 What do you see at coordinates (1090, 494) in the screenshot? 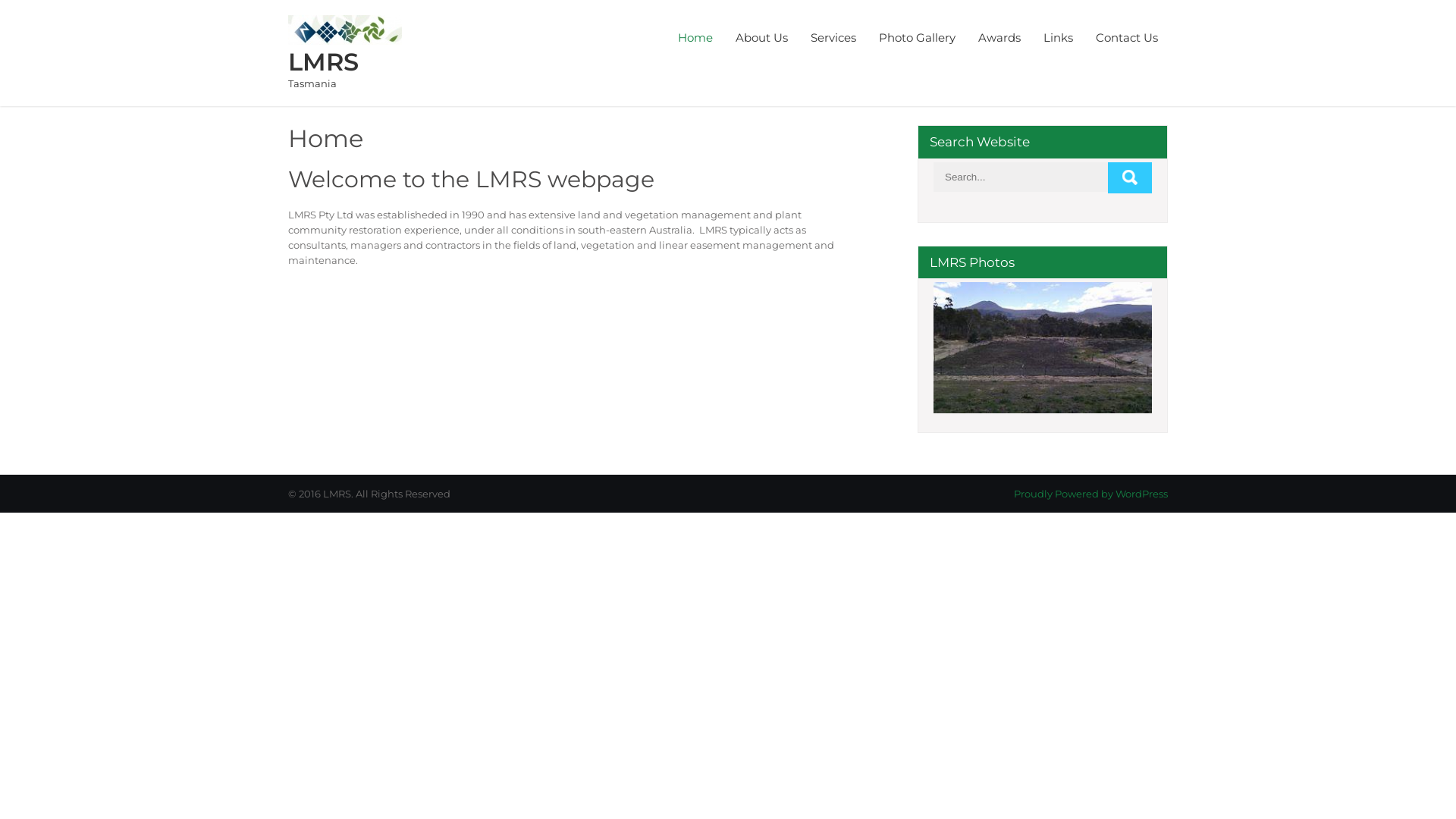
I see `'Proudly Powered by WordPress'` at bounding box center [1090, 494].